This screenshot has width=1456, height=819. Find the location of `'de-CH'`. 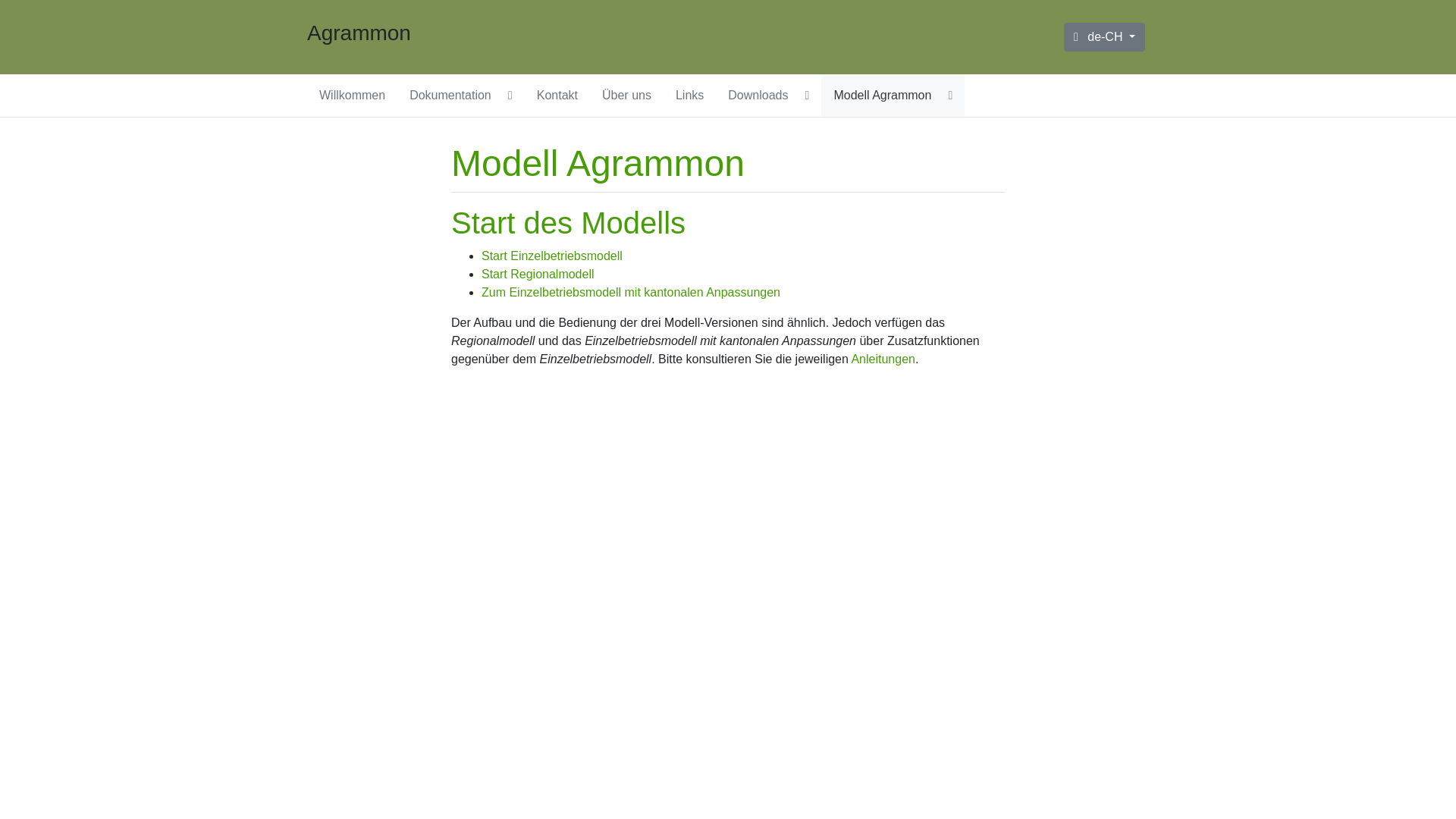

'de-CH' is located at coordinates (1104, 36).